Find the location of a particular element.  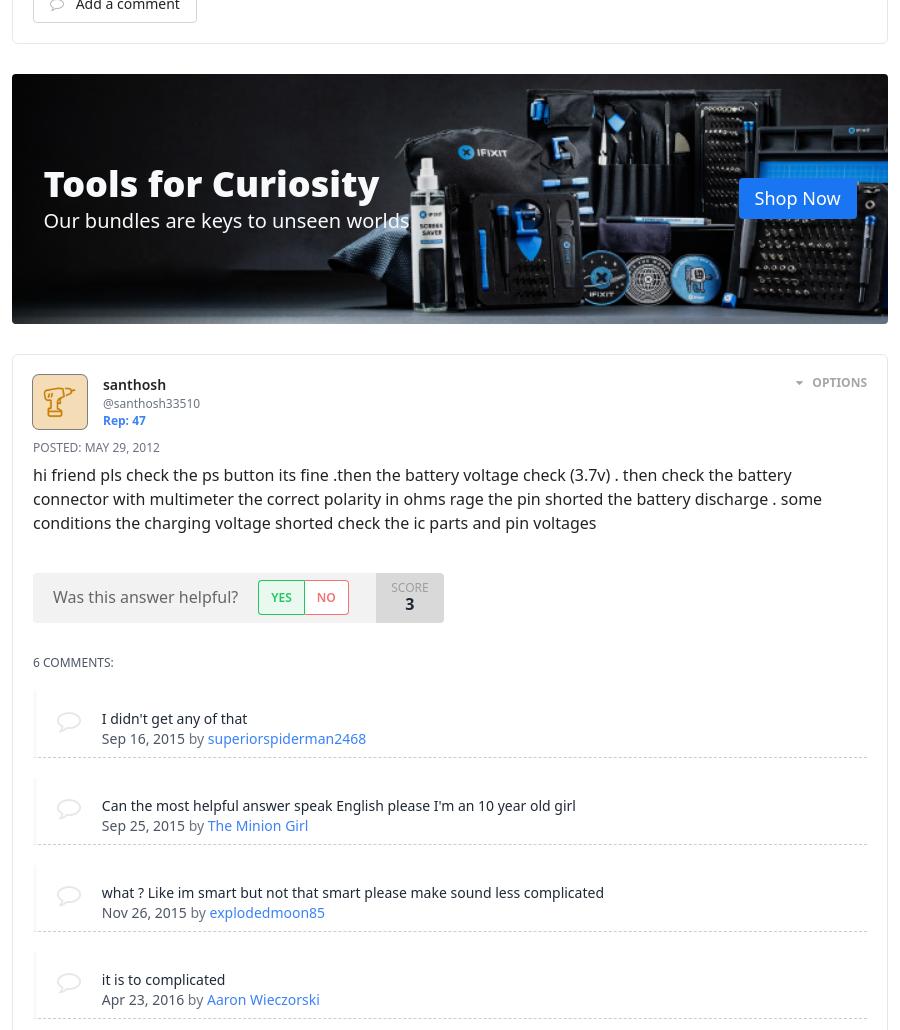

'hi friend pls check the ps button its fine  .then the battery voltage check  (3.7v) . then check the battery connector with multimeter the correct polarity in ohms rage the pin shorted the battery  discharge   . some conditions the charging  voltage shorted   check the ic parts and pin voltages' is located at coordinates (427, 498).